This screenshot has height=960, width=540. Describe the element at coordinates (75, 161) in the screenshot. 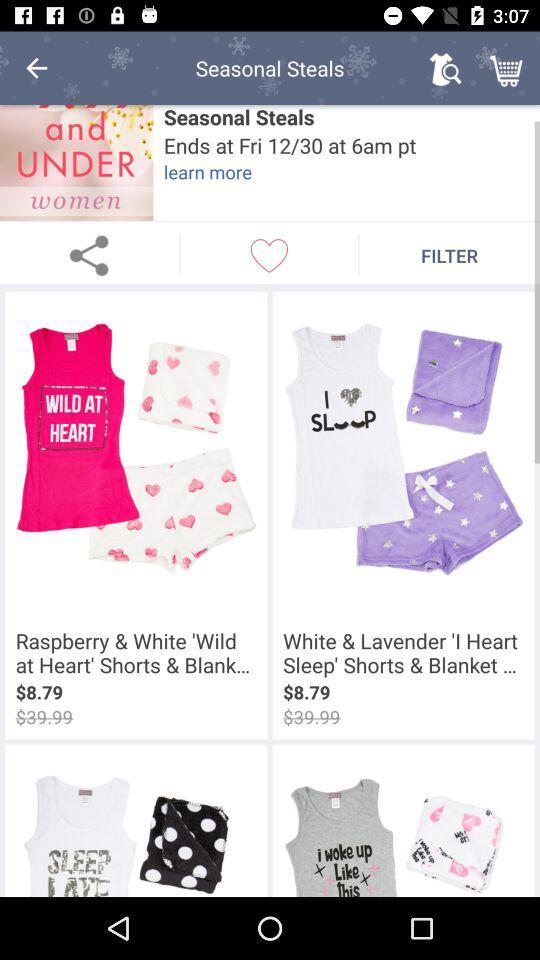

I see `item to the left of the seasonal steals item` at that location.